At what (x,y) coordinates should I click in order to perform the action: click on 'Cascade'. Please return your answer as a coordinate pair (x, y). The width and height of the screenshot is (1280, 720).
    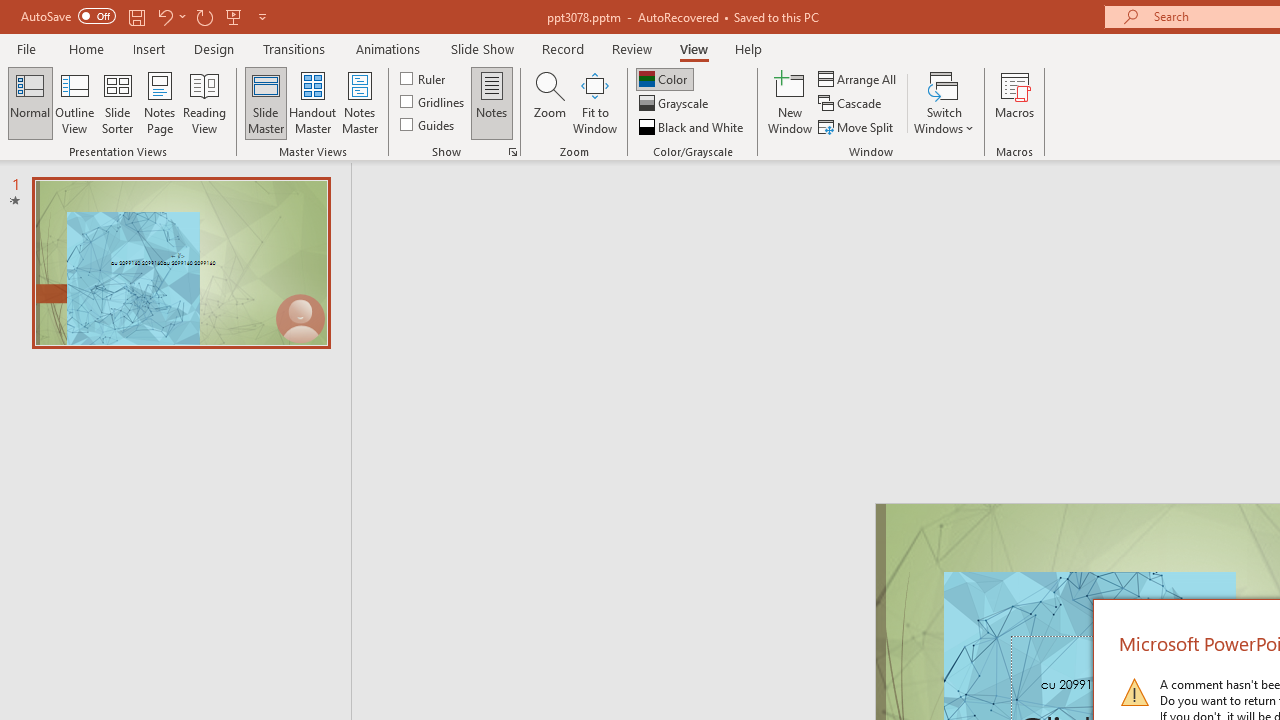
    Looking at the image, I should click on (851, 103).